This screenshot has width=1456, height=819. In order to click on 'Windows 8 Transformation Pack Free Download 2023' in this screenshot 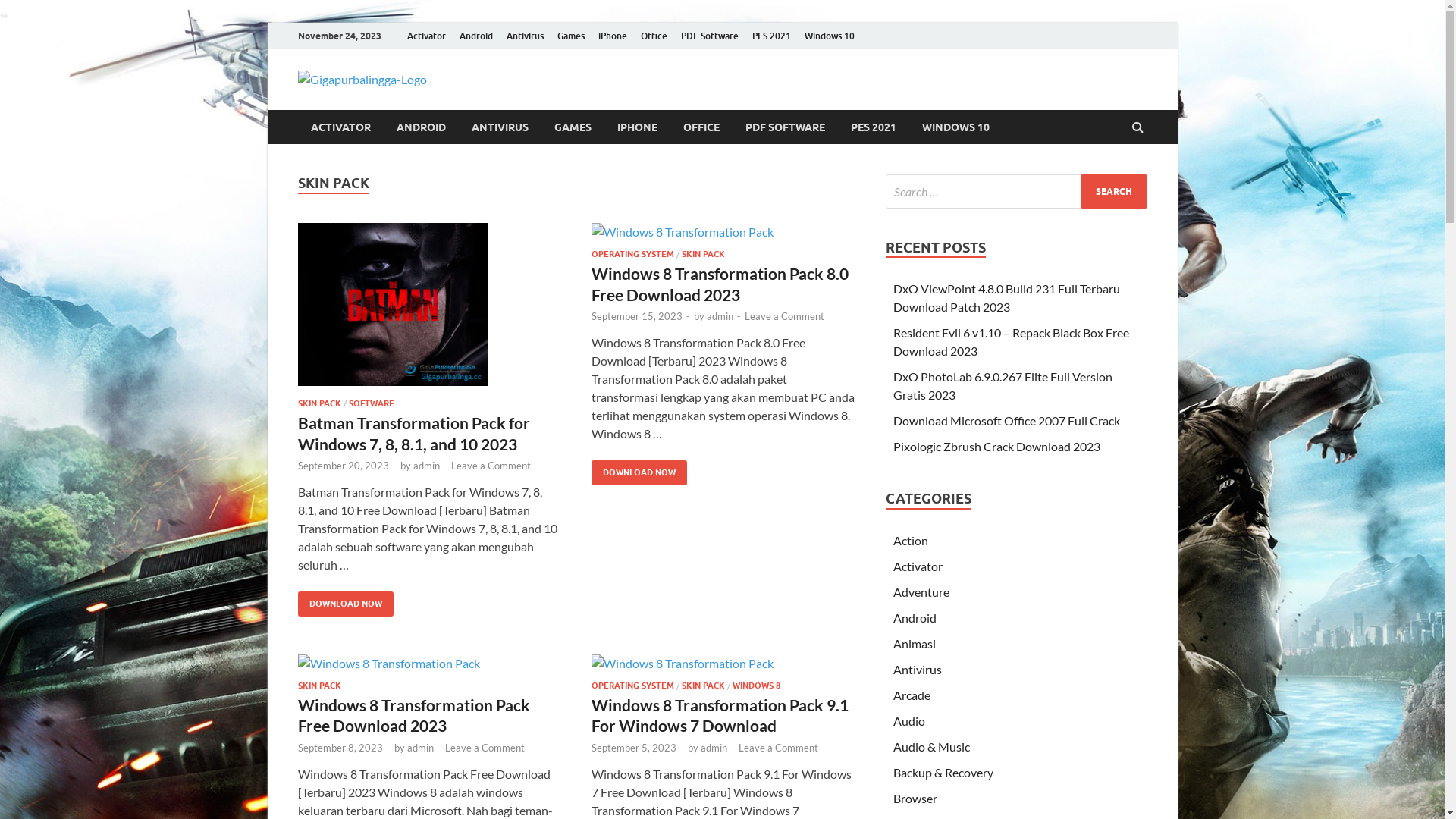, I will do `click(413, 714)`.